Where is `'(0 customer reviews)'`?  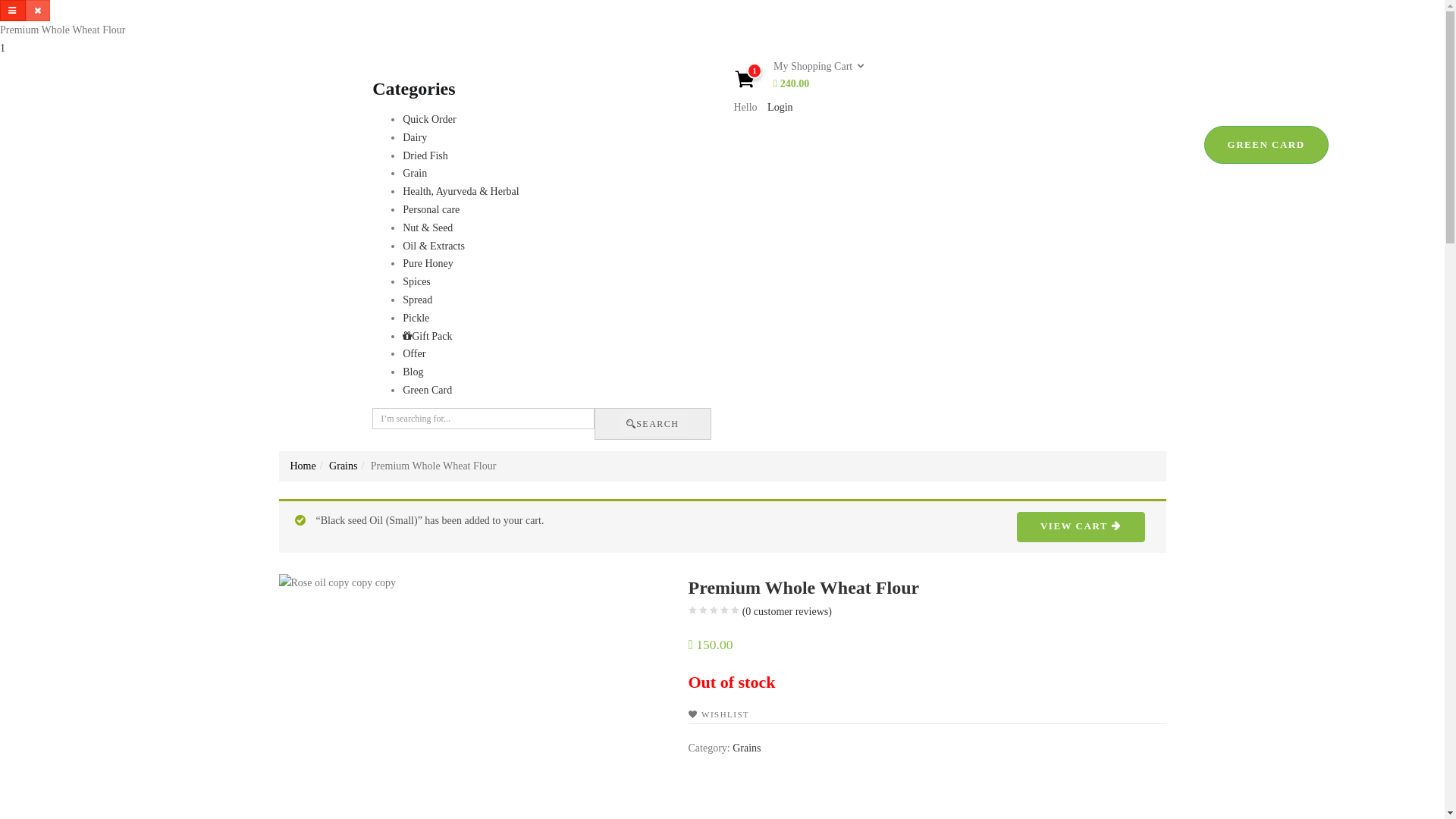
'(0 customer reviews)' is located at coordinates (786, 610).